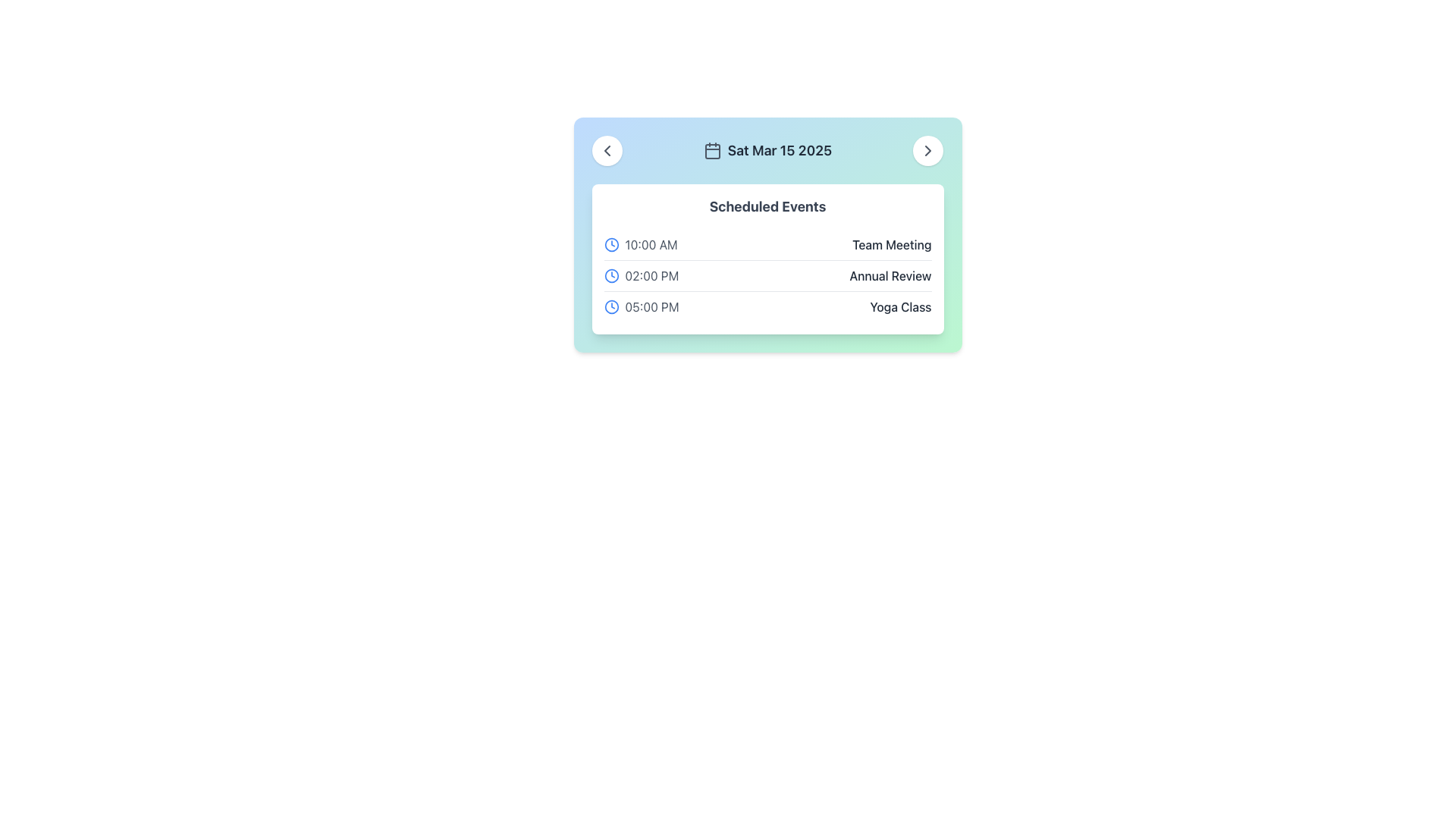 This screenshot has width=1456, height=819. I want to click on the text label indicating the title of a scheduled event in the 'Scheduled Events' section of the card layout, positioned after 'Annual Review' and aligned with '05:00 PM', so click(900, 307).